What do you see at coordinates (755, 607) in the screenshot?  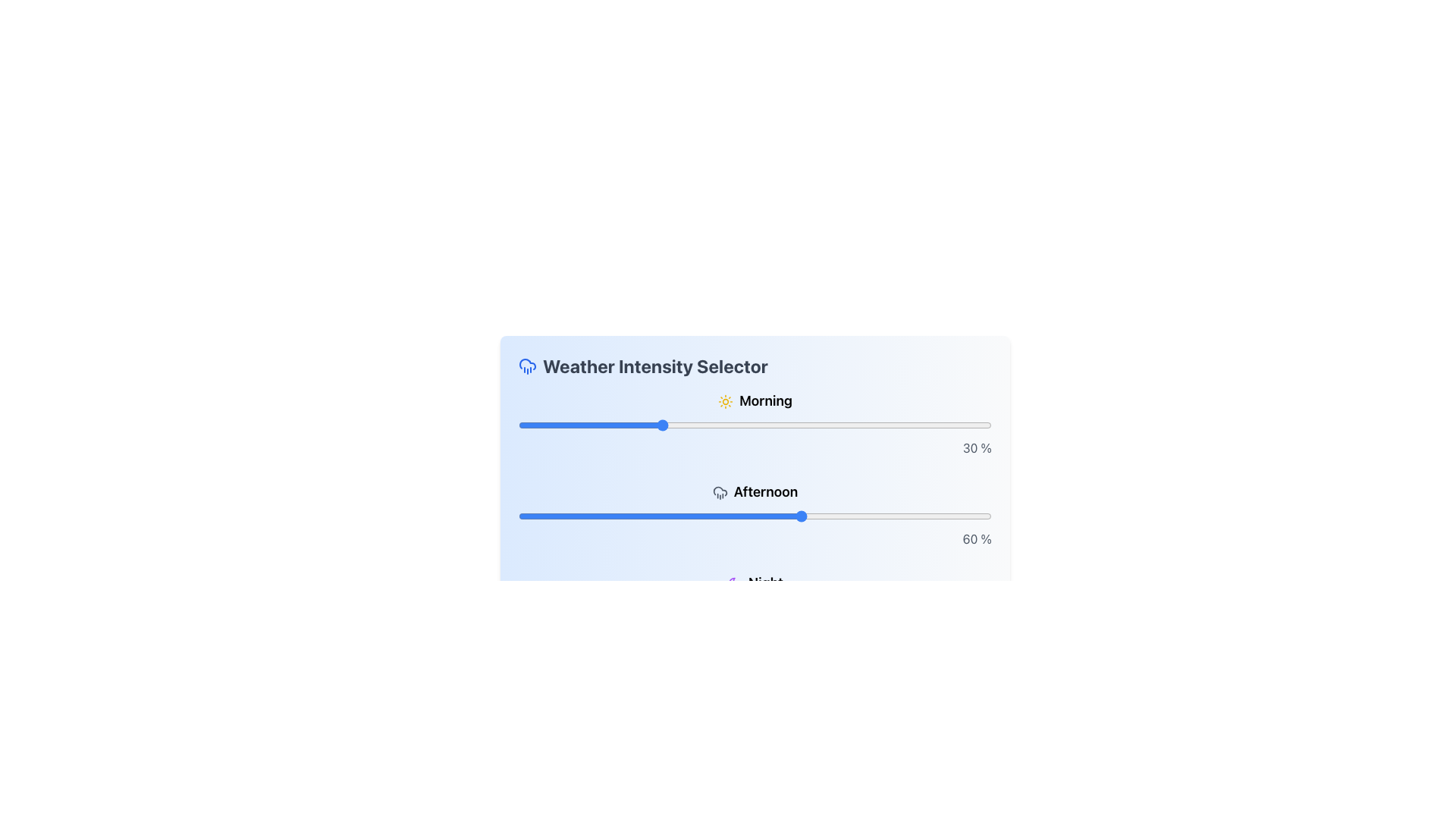 I see `the slider that adjusts a value between 0 and 100, located below the 'Night' label, to potentially view tooltips` at bounding box center [755, 607].